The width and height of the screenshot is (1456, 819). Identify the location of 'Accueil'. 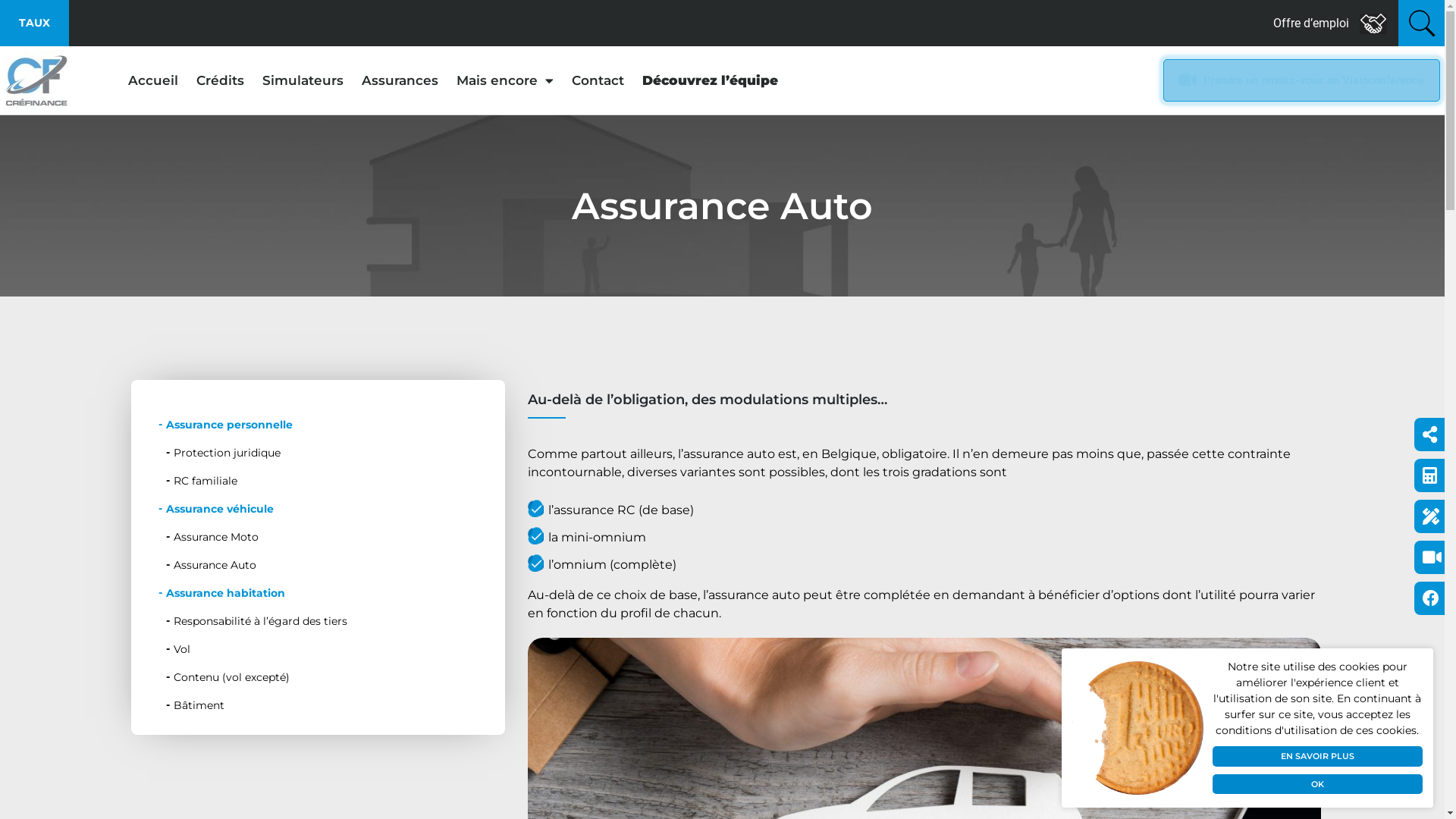
(152, 80).